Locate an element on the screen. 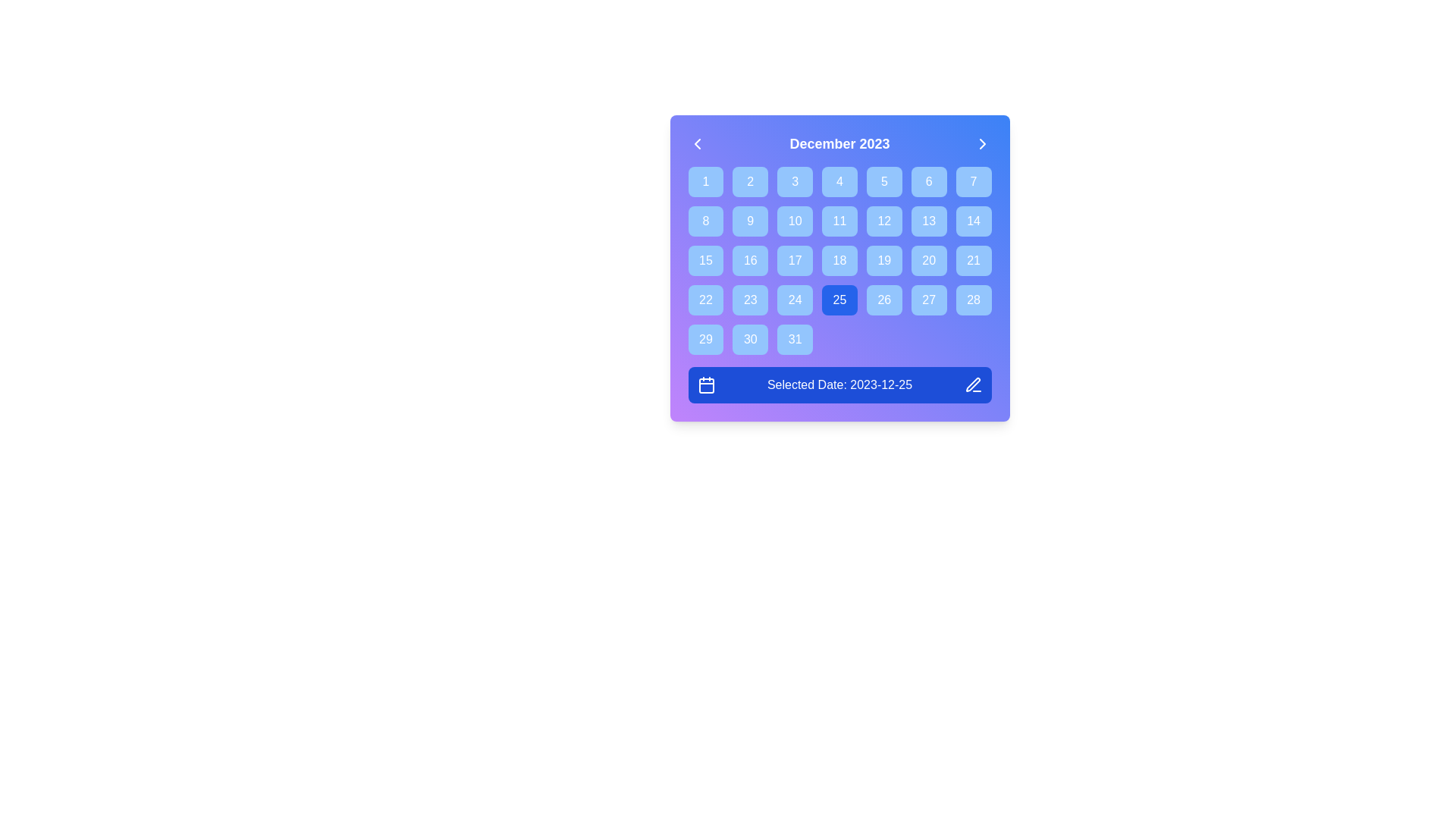 The width and height of the screenshot is (1456, 819). keyboard navigation is located at coordinates (928, 221).